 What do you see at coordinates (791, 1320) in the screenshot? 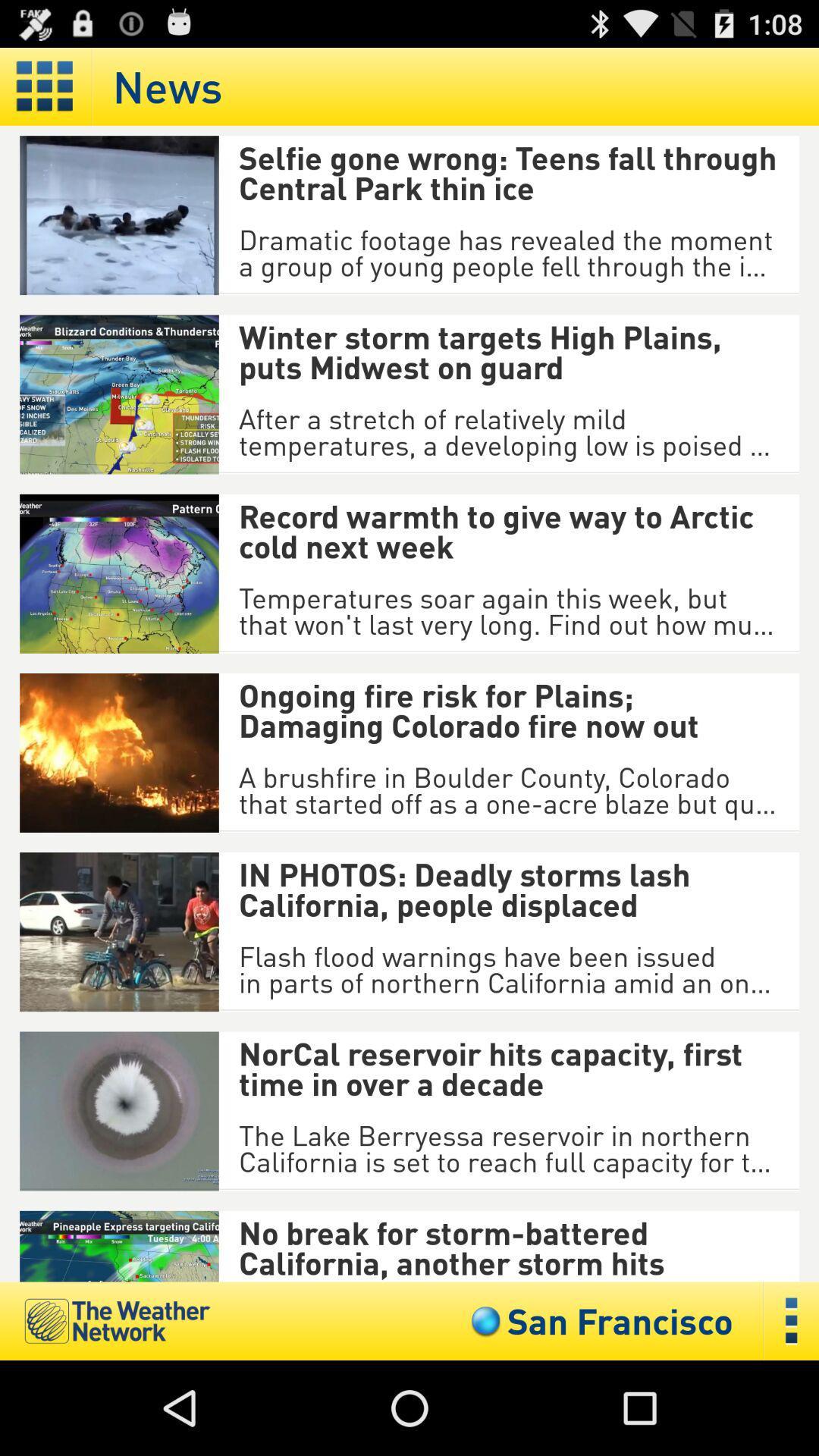
I see `open menu` at bounding box center [791, 1320].